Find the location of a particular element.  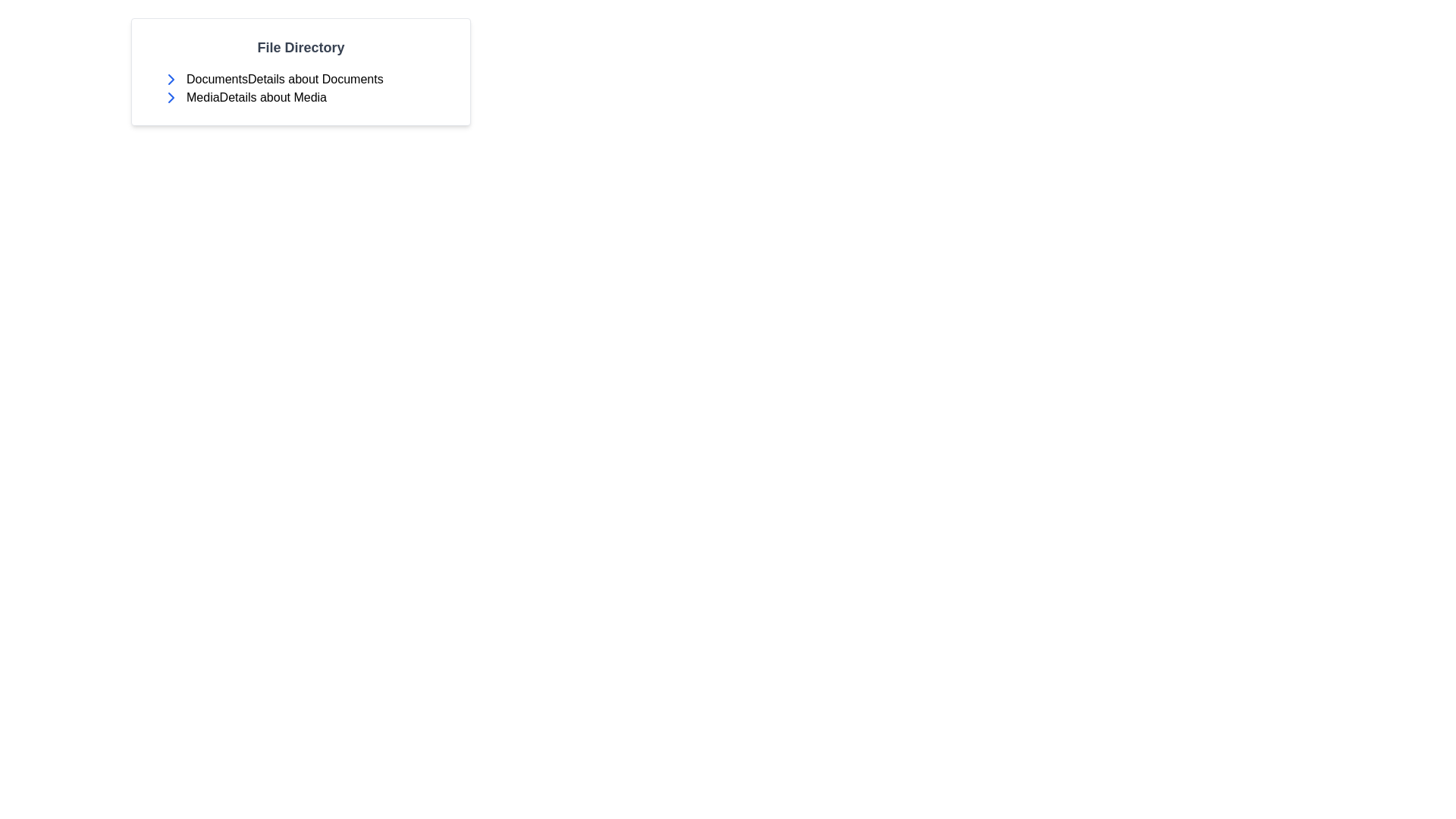

the chevron icon located next to the text 'MediaDetails about Media' is located at coordinates (171, 79).